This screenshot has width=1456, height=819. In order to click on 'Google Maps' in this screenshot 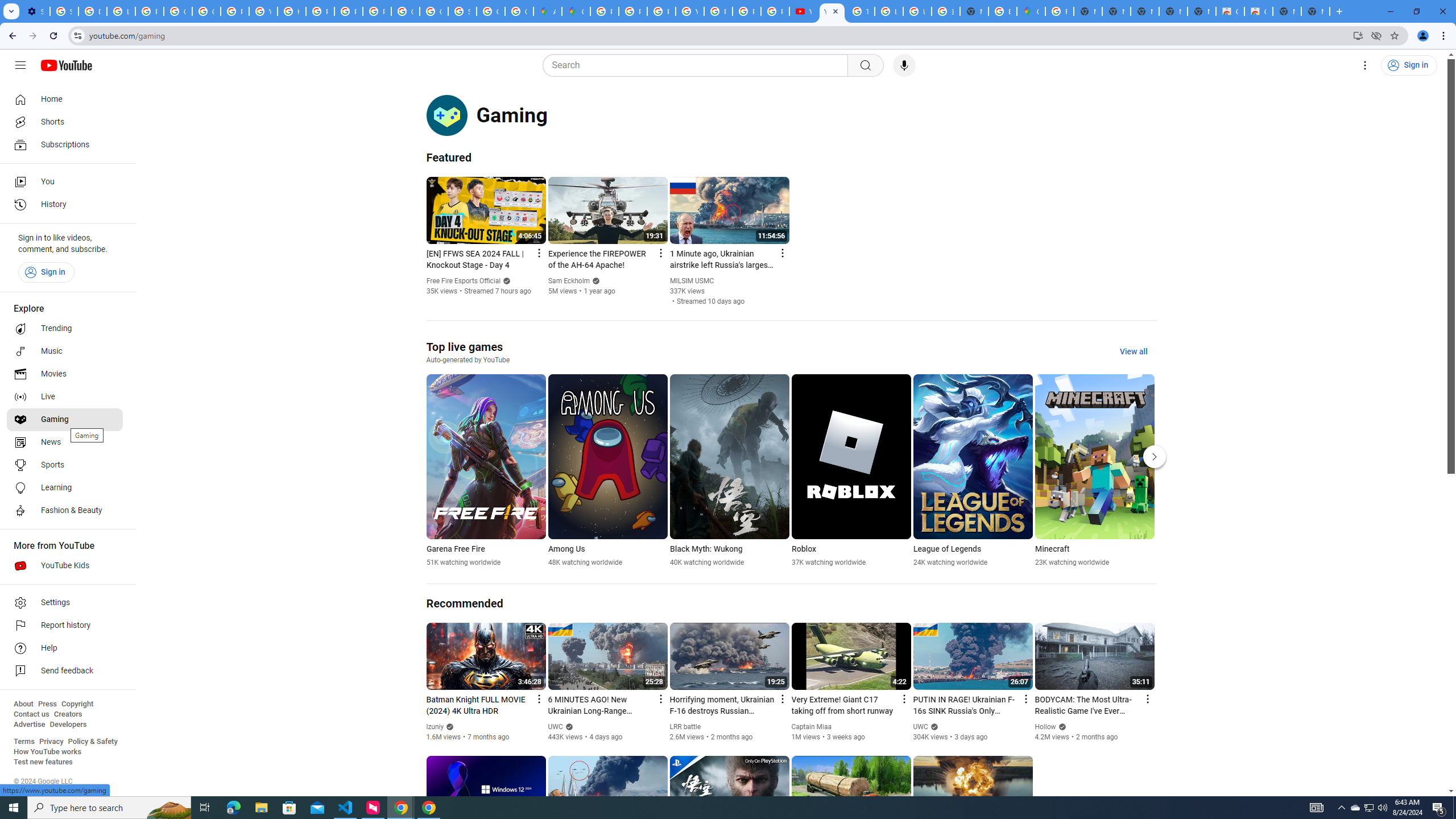, I will do `click(1030, 11)`.